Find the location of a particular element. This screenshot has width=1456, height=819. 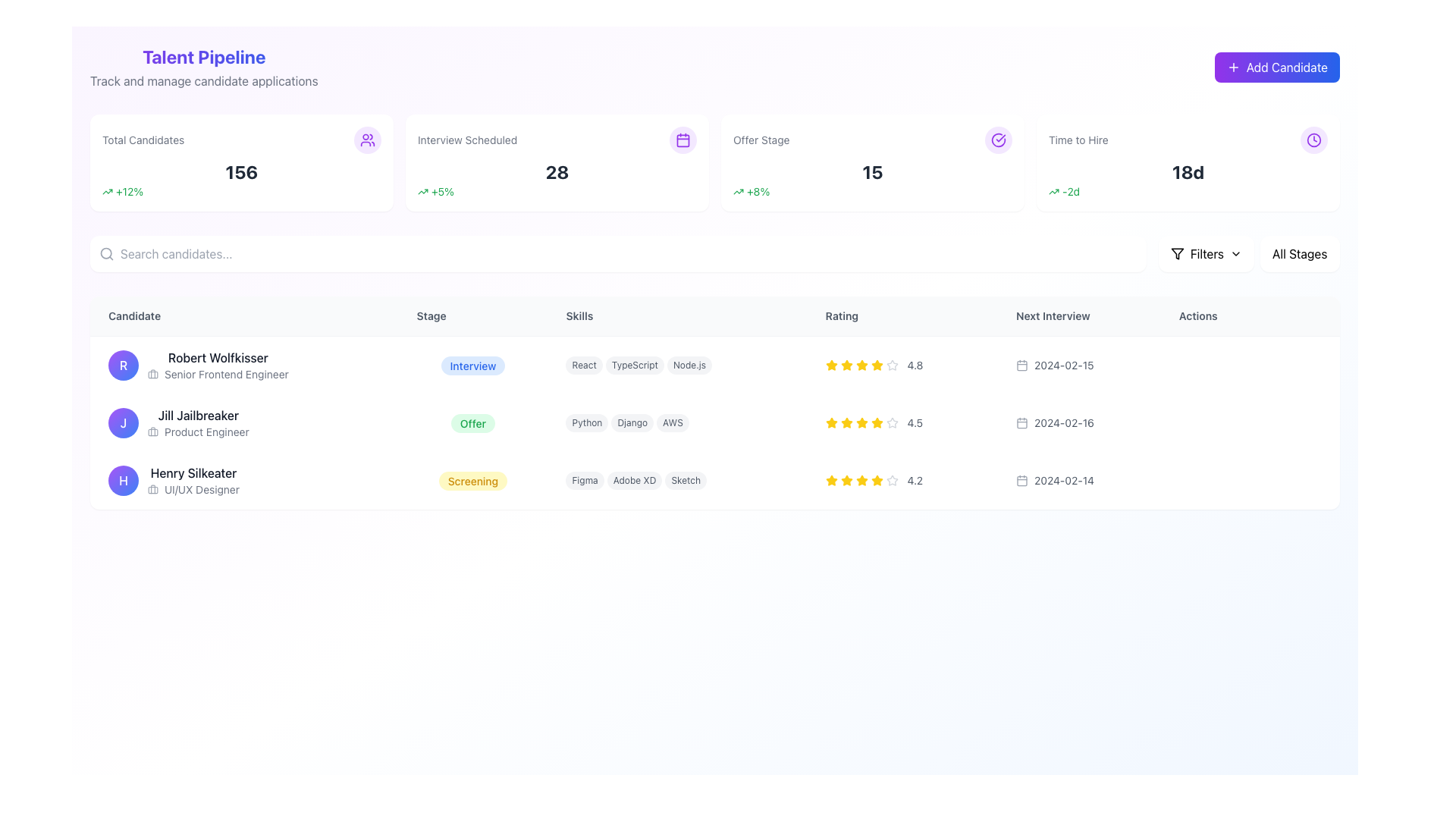

associated text next to the calendar SVG icon in the 'Next Interview' column for 'Robert Wolfkisser' is located at coordinates (1022, 366).